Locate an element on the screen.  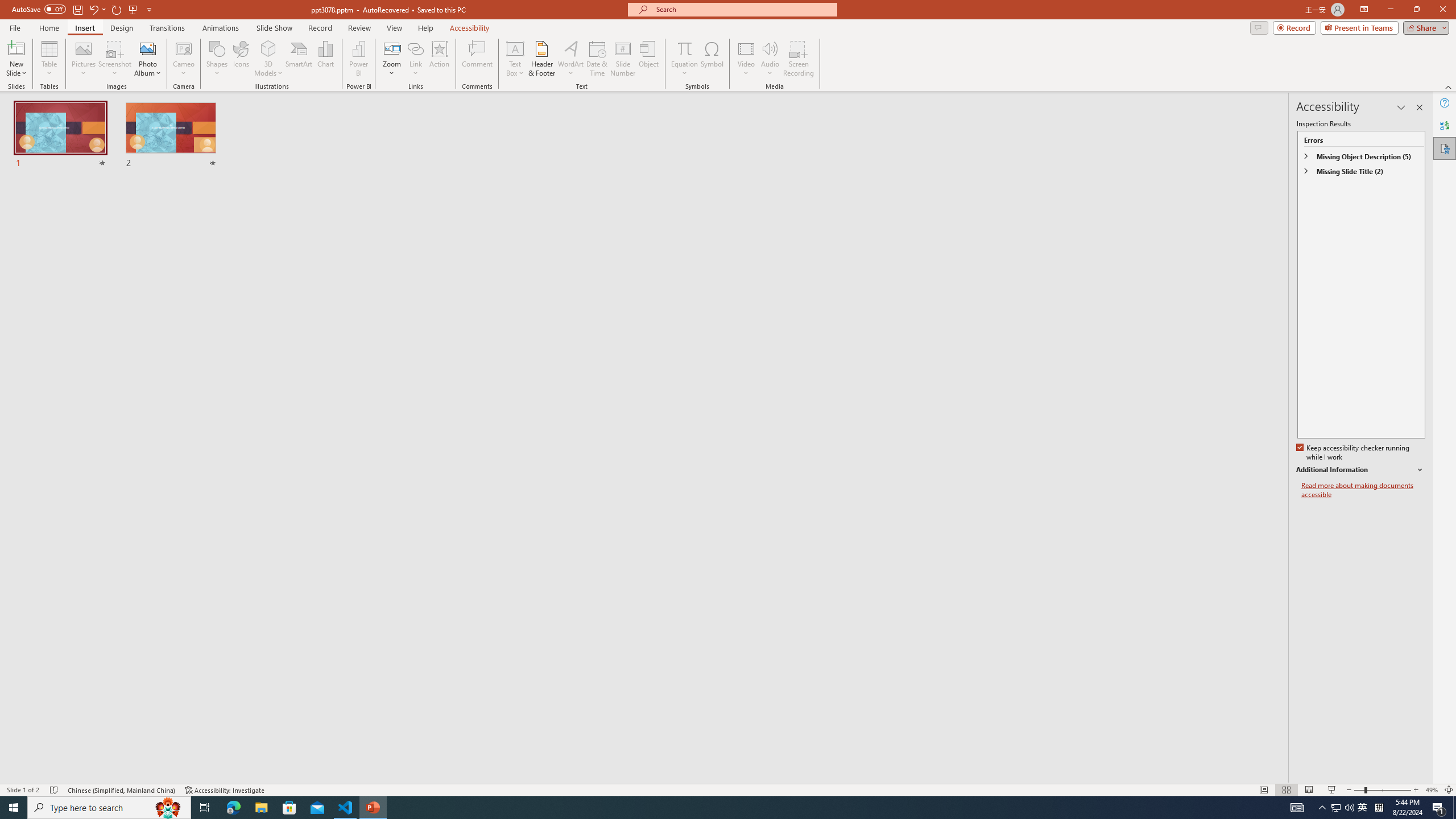
'Icons' is located at coordinates (241, 59).